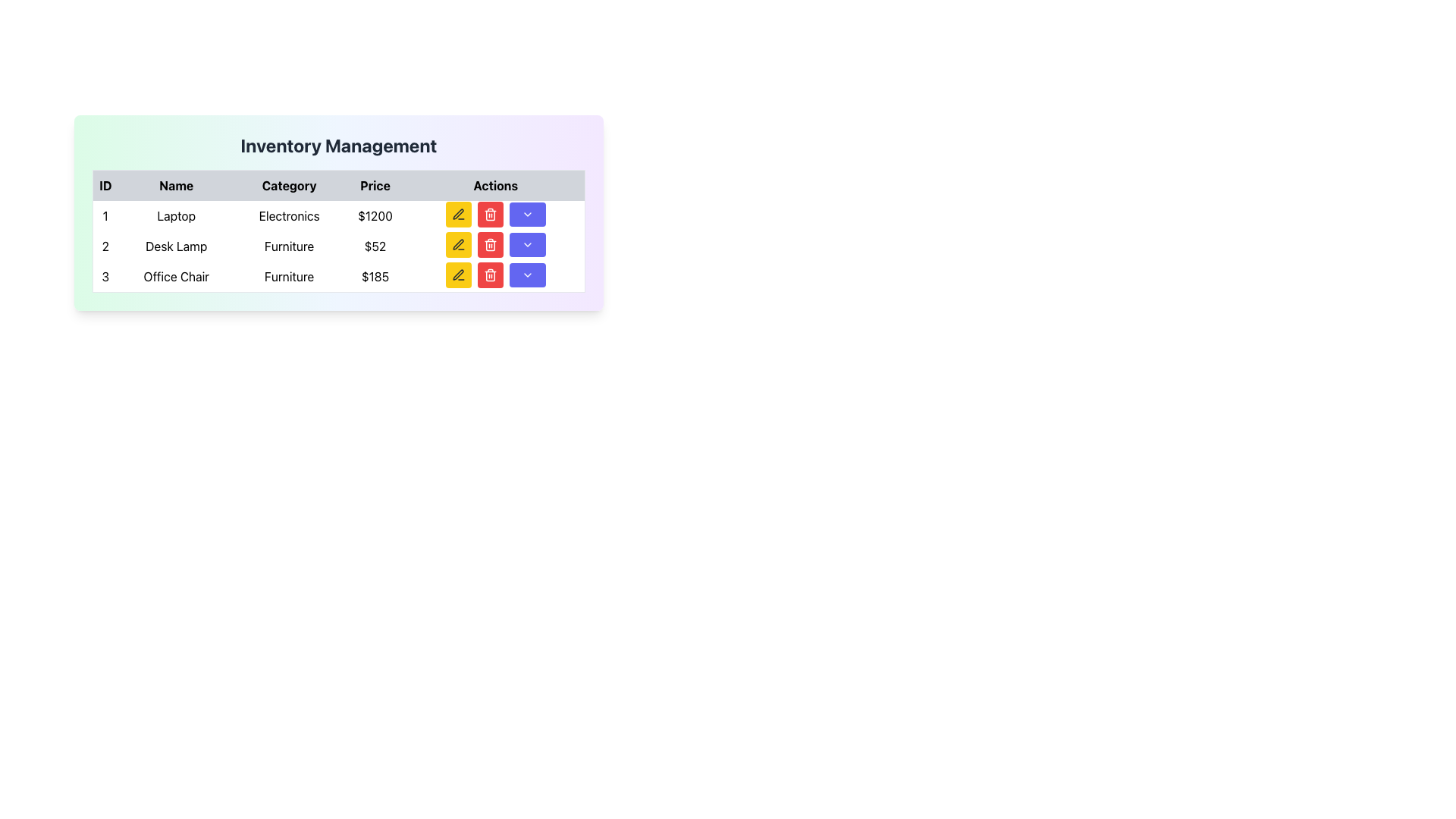 This screenshot has width=1456, height=819. Describe the element at coordinates (289, 245) in the screenshot. I see `the non-interactive text label representing the category 'Desk Lamp' located in the second row of the table under the heading 'Category'` at that location.